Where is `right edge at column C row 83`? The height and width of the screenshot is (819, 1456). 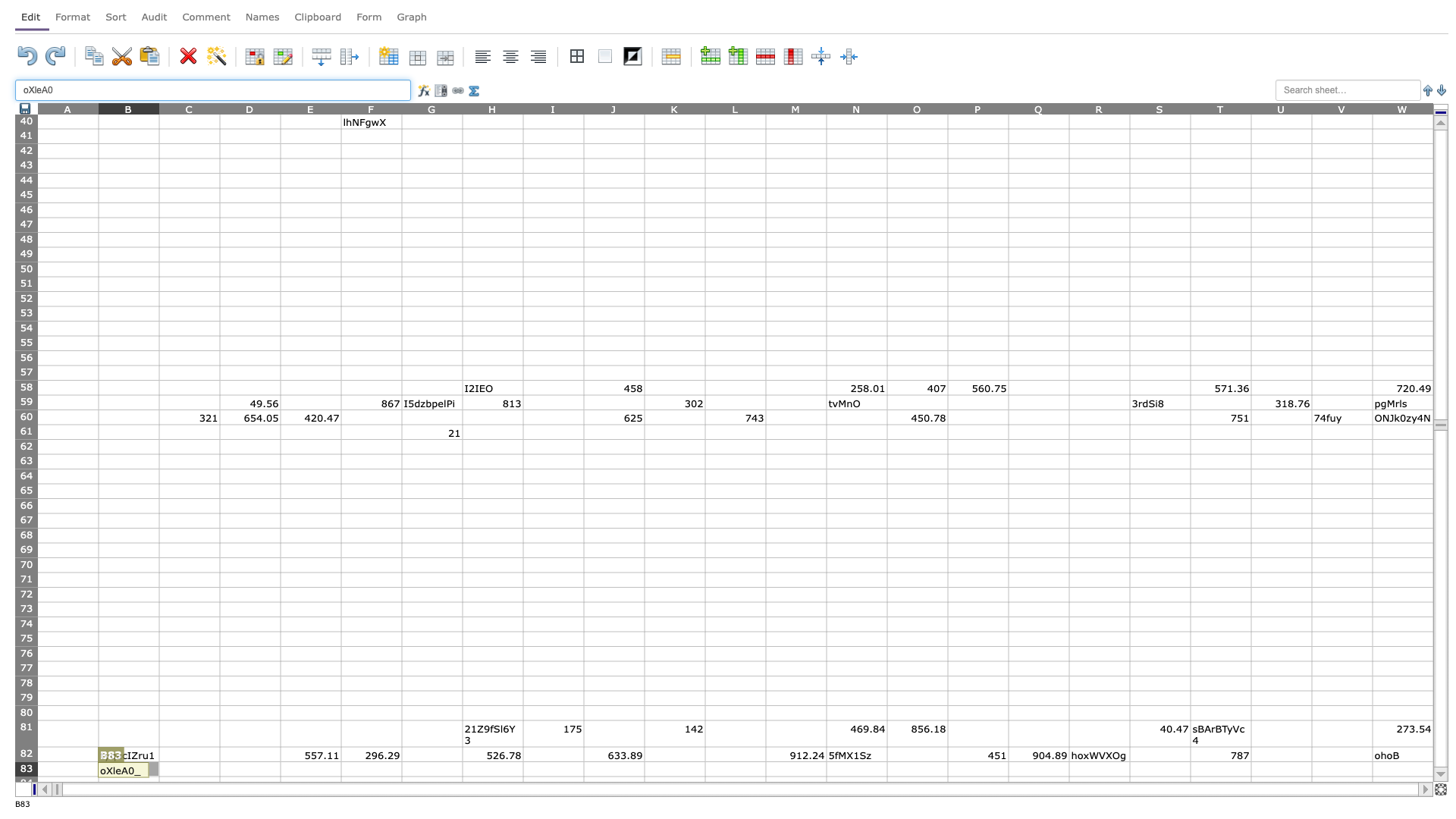
right edge at column C row 83 is located at coordinates (218, 769).